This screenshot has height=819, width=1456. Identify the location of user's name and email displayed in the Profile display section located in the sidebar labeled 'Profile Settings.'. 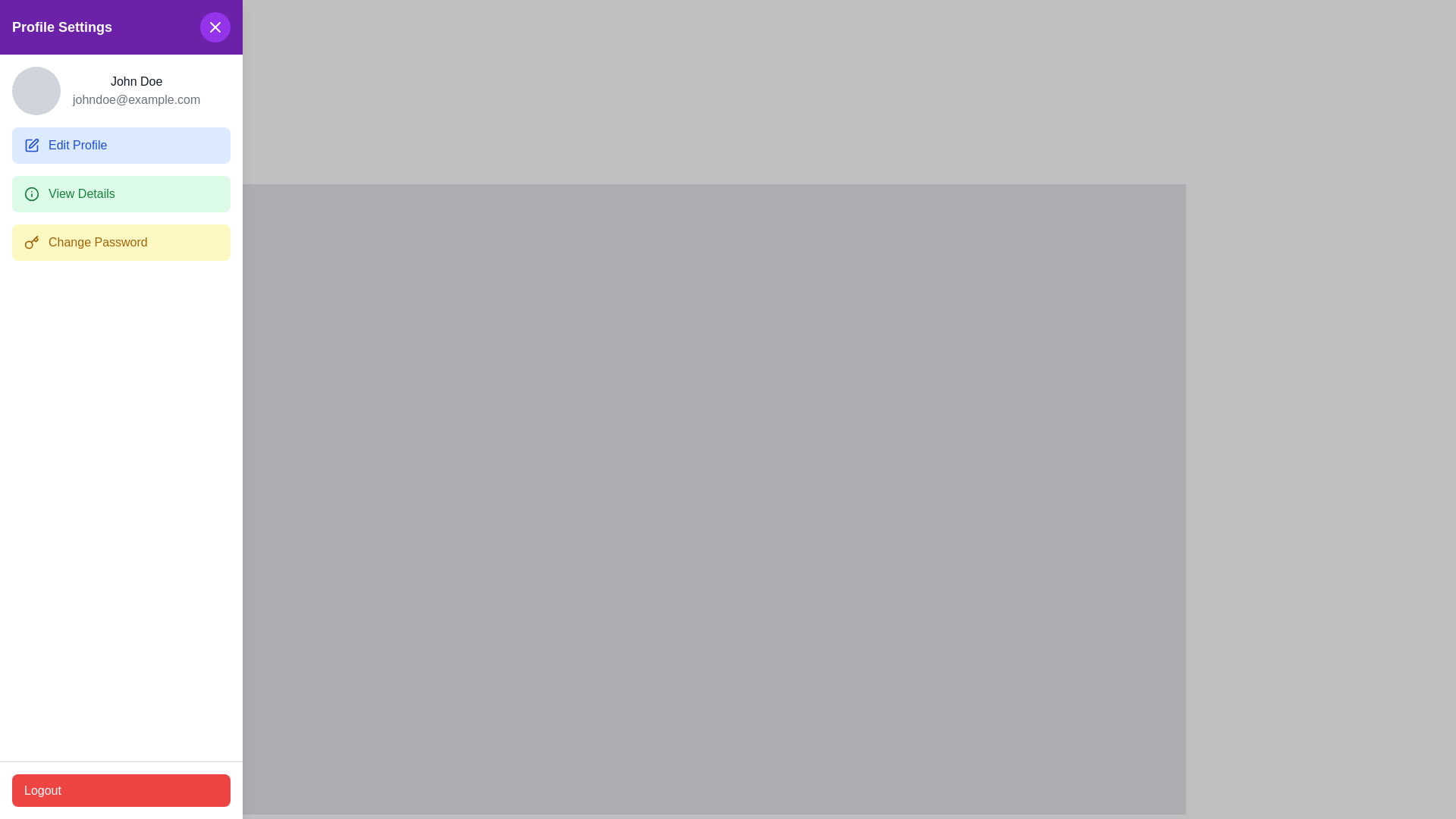
(120, 90).